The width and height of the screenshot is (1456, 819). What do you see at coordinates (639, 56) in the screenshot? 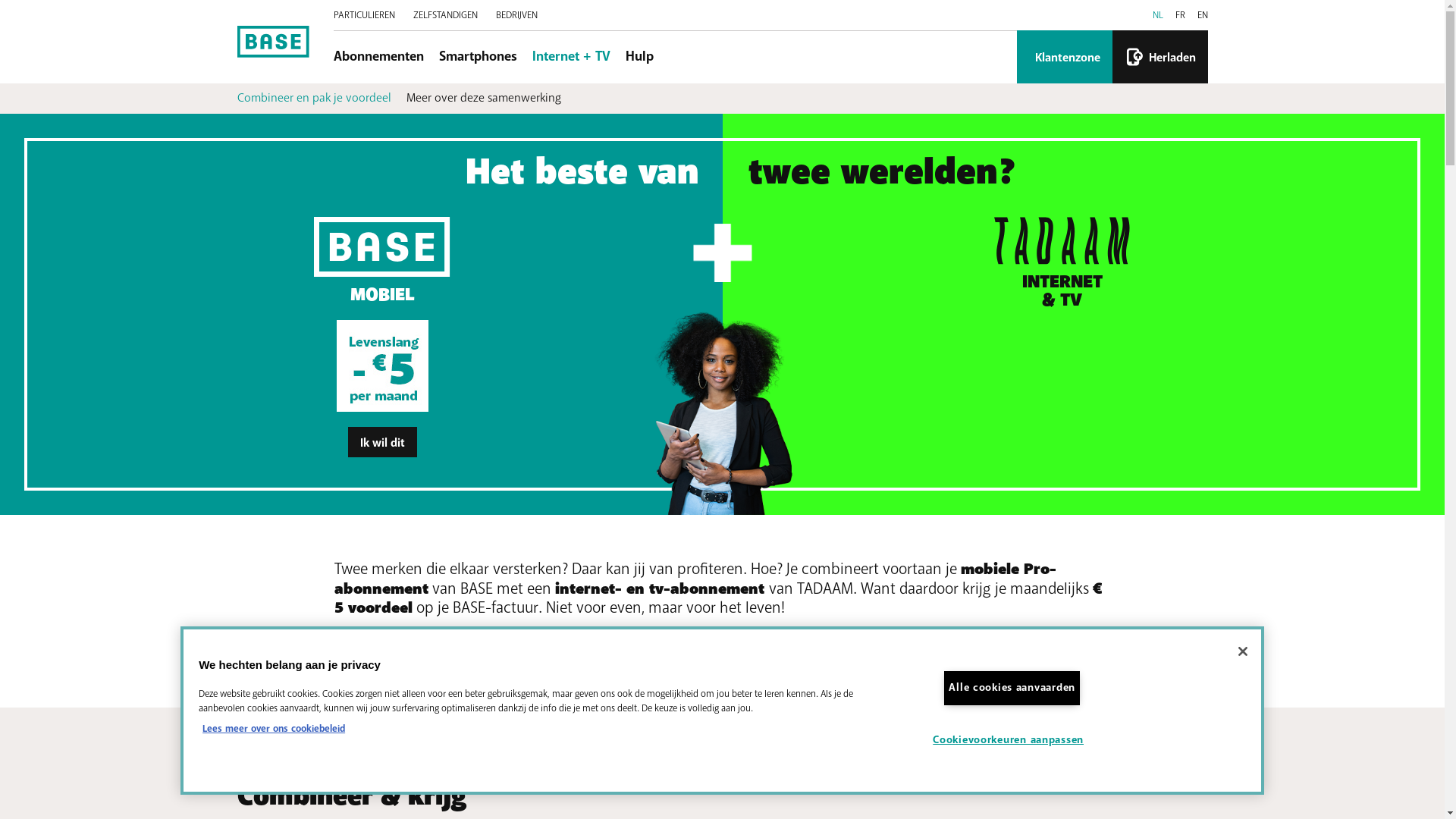
I see `'Hulp'` at bounding box center [639, 56].